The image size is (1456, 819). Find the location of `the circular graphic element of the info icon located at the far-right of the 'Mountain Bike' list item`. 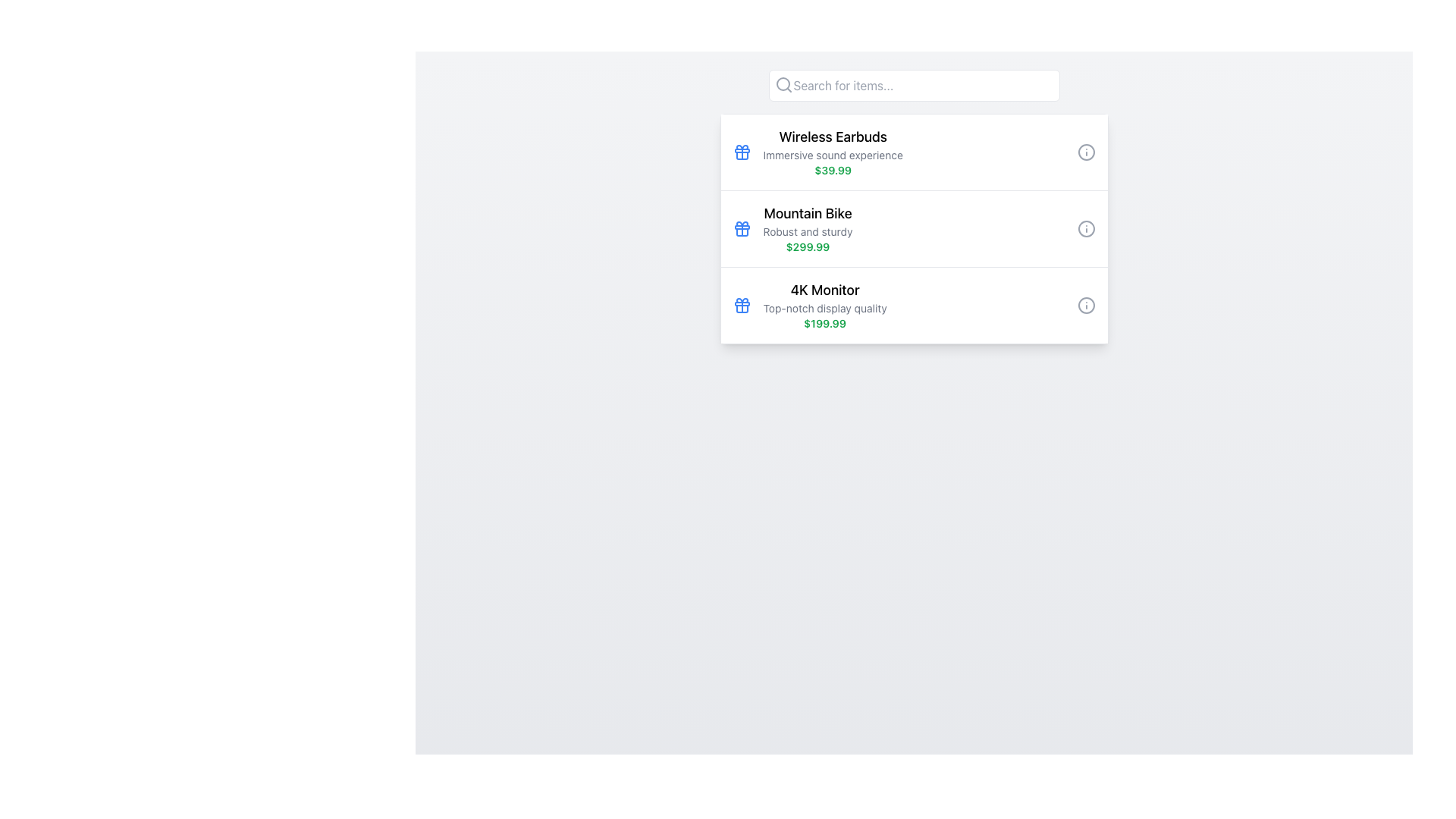

the circular graphic element of the info icon located at the far-right of the 'Mountain Bike' list item is located at coordinates (1085, 228).